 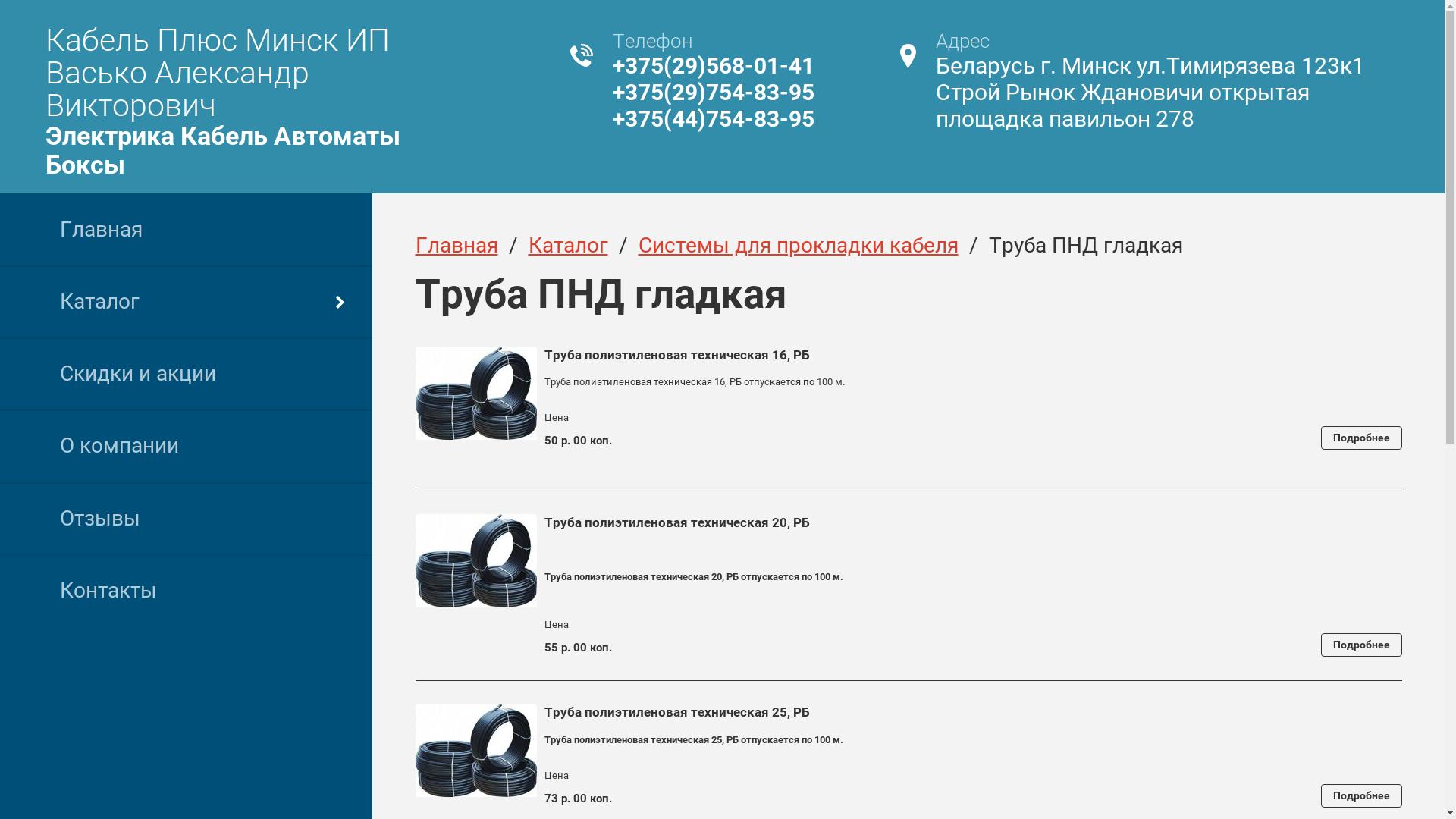 What do you see at coordinates (712, 64) in the screenshot?
I see `'+375(29)568-01-41'` at bounding box center [712, 64].